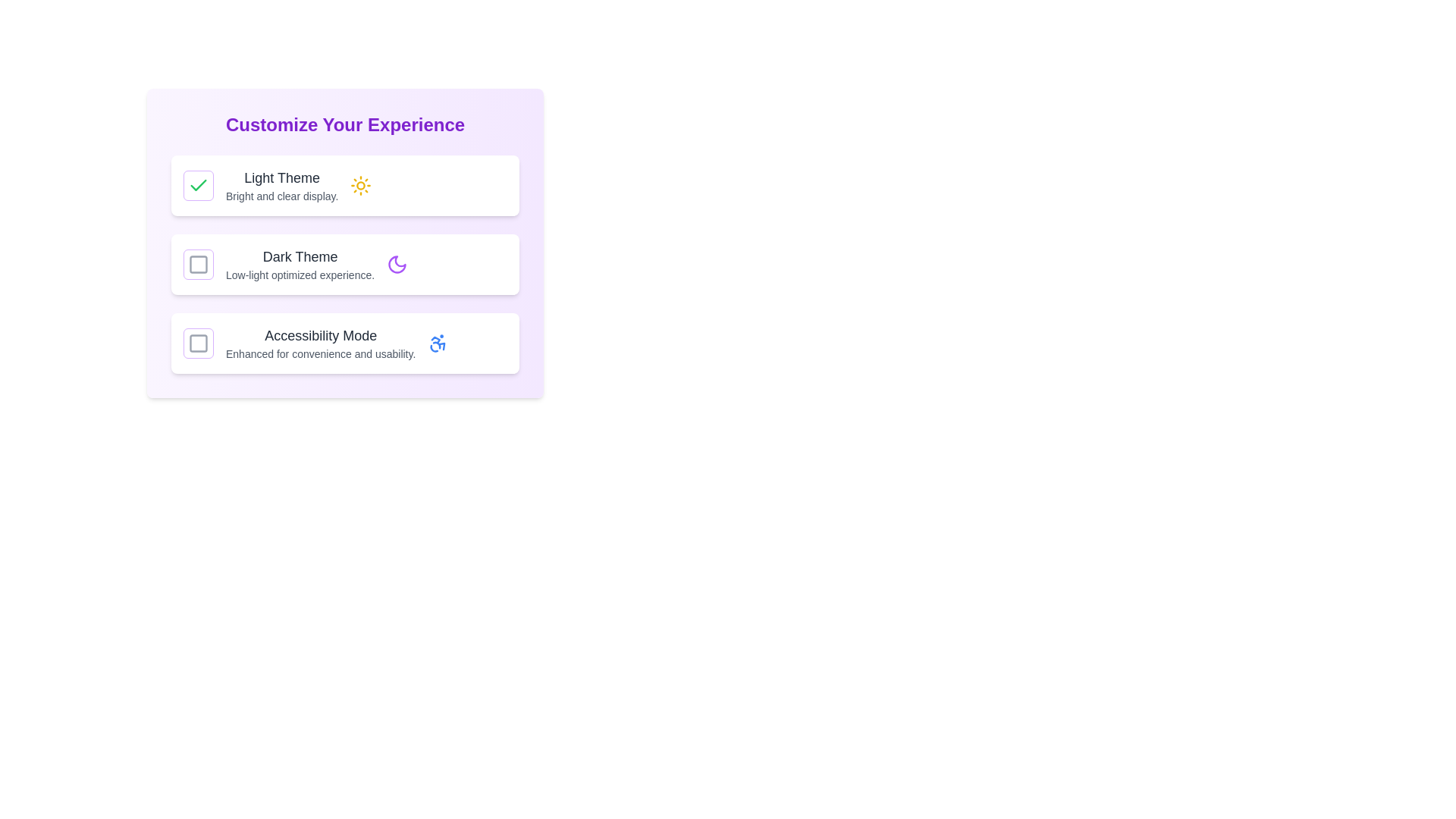 The width and height of the screenshot is (1456, 819). What do you see at coordinates (300, 263) in the screenshot?
I see `the 'Dark Theme' text label that provides information about this mode's purpose and benefits, positioned centrally below the 'Light Theme' option and above the 'Accessibility Mode' option` at bounding box center [300, 263].